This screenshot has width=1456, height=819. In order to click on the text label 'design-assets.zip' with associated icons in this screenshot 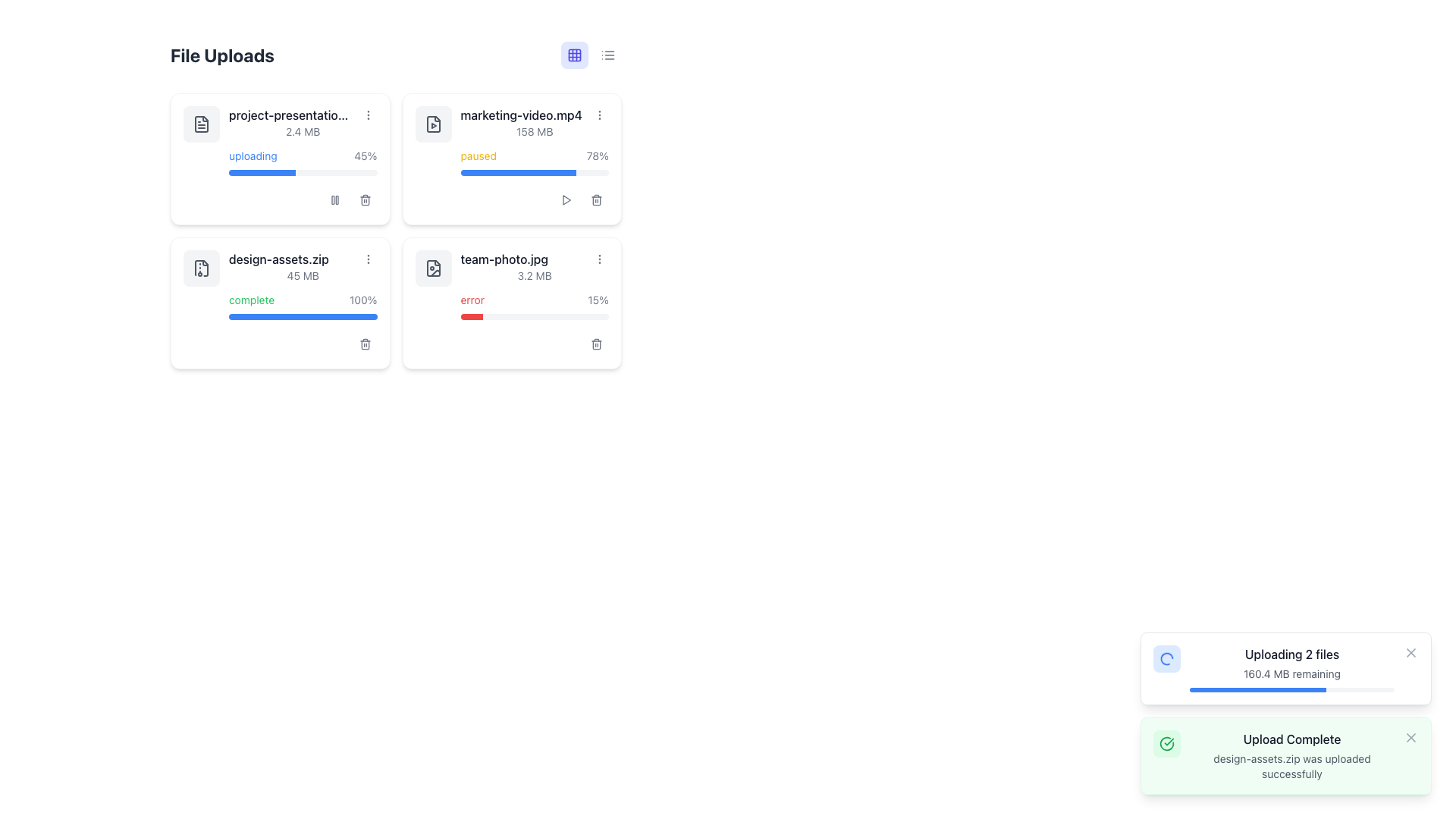, I will do `click(303, 259)`.